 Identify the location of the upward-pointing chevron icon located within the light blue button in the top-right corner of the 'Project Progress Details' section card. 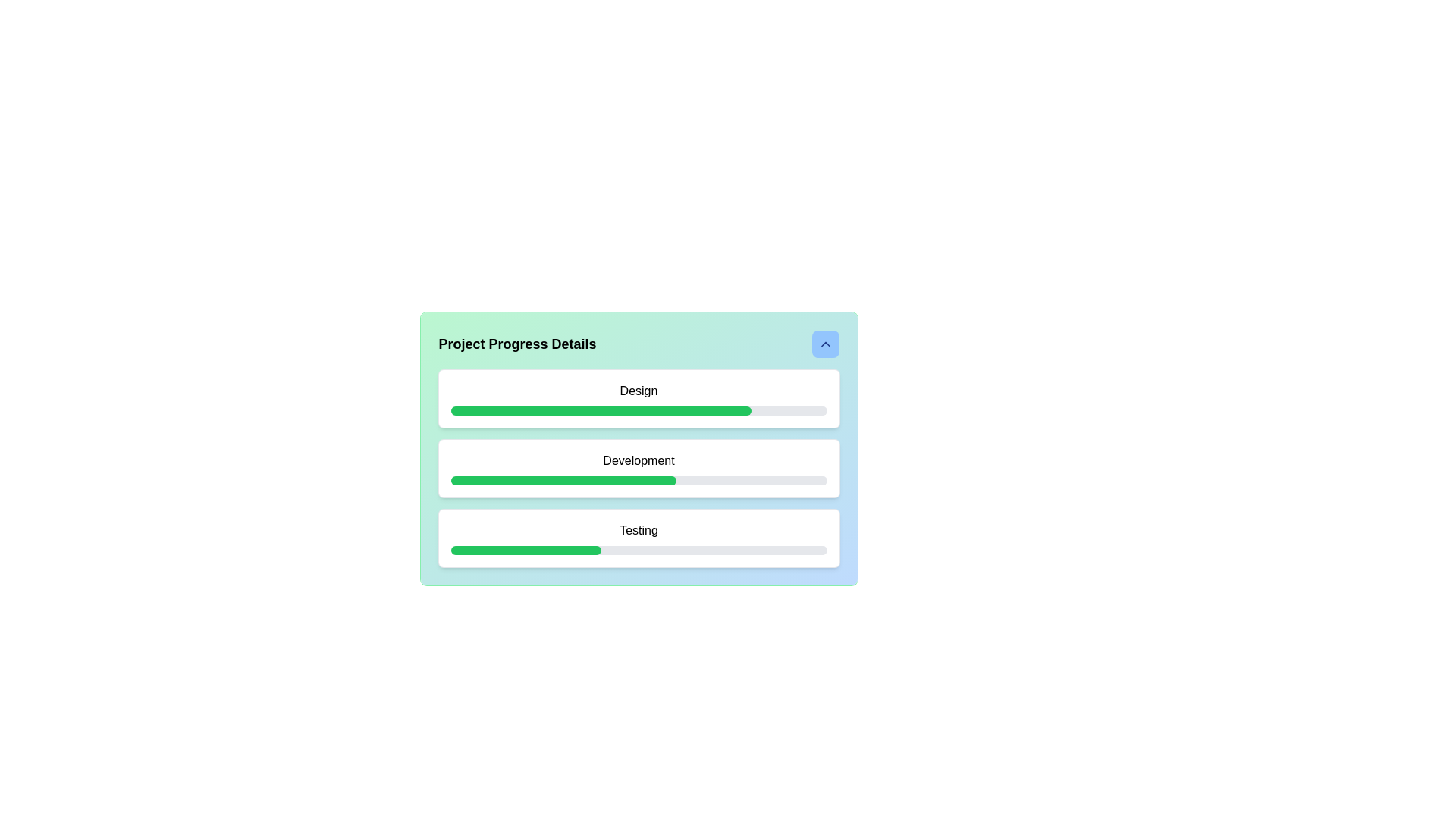
(824, 344).